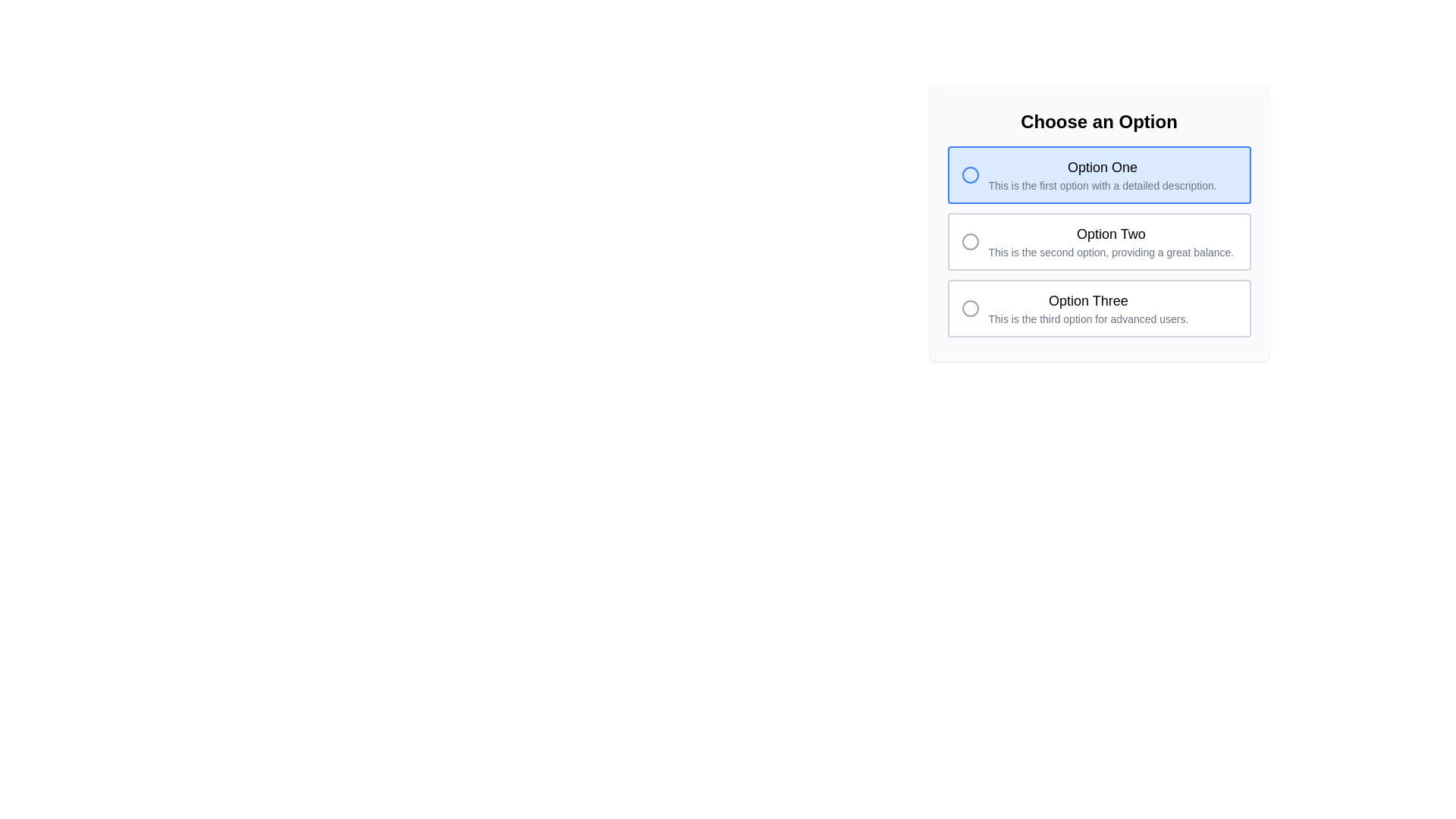 Image resolution: width=1456 pixels, height=819 pixels. What do you see at coordinates (1099, 308) in the screenshot?
I see `the selectable option item labeled 'Option Three'` at bounding box center [1099, 308].